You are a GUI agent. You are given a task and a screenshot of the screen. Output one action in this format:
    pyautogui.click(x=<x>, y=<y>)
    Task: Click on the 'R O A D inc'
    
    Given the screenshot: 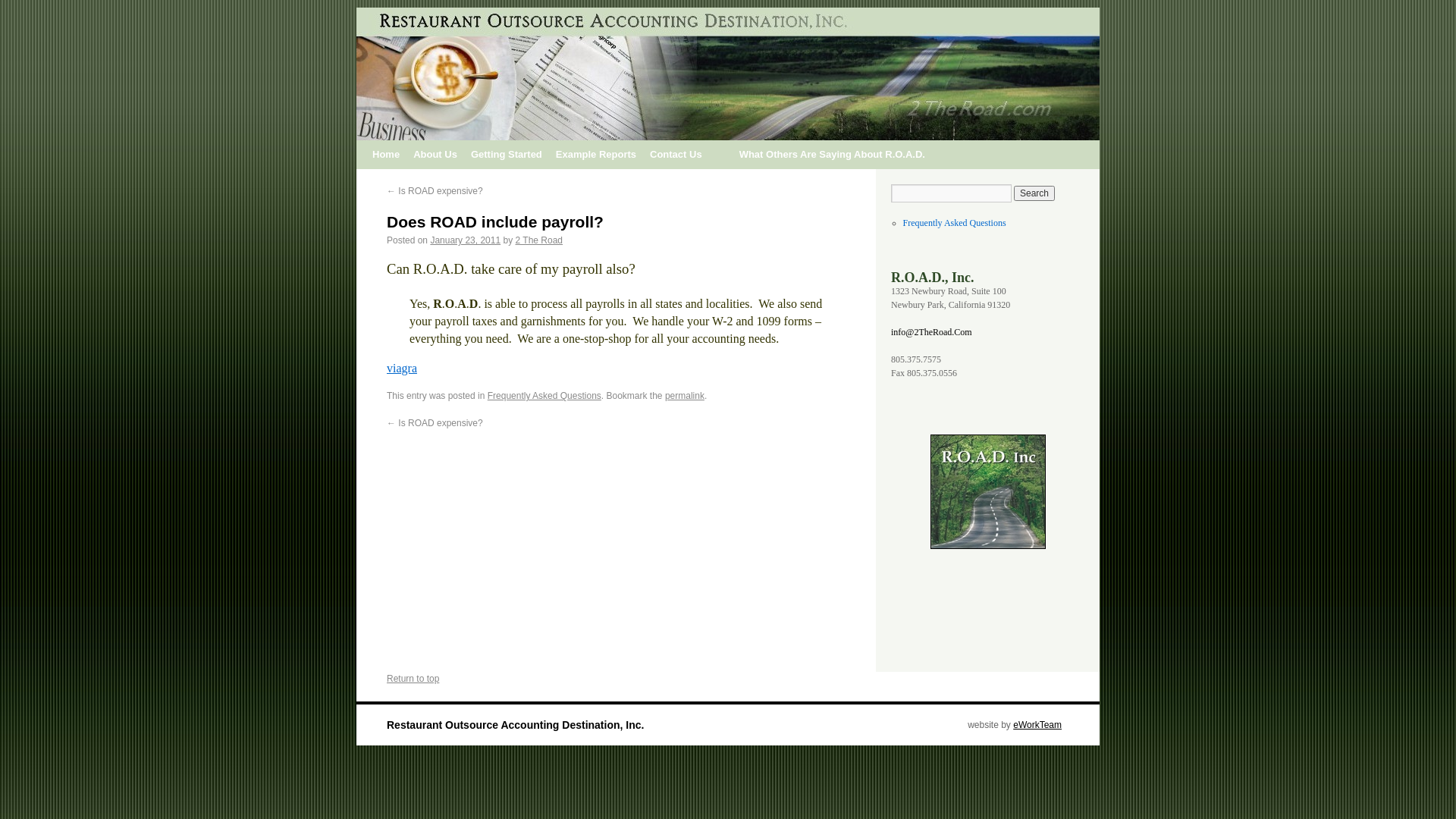 What is the action you would take?
    pyautogui.click(x=987, y=491)
    